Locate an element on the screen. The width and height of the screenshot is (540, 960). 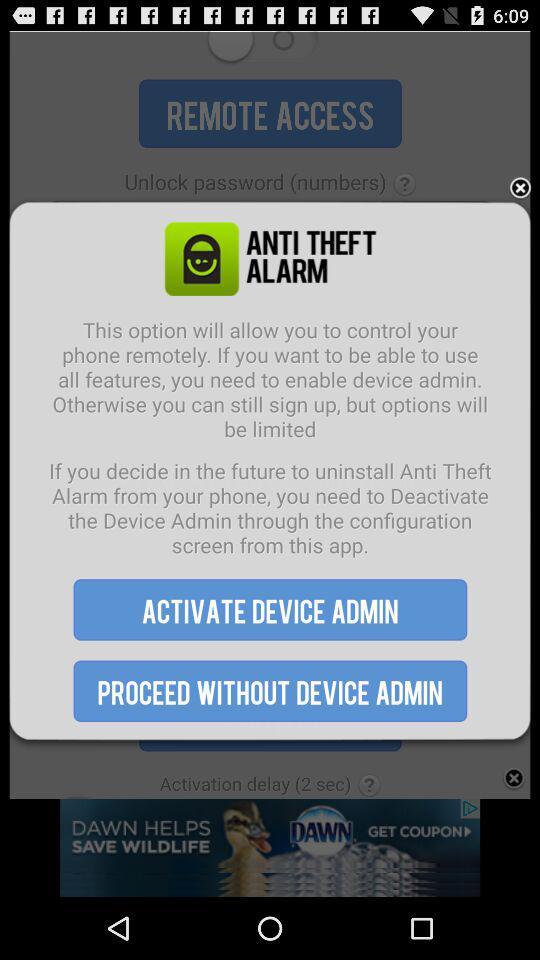
dismiss notification is located at coordinates (520, 188).